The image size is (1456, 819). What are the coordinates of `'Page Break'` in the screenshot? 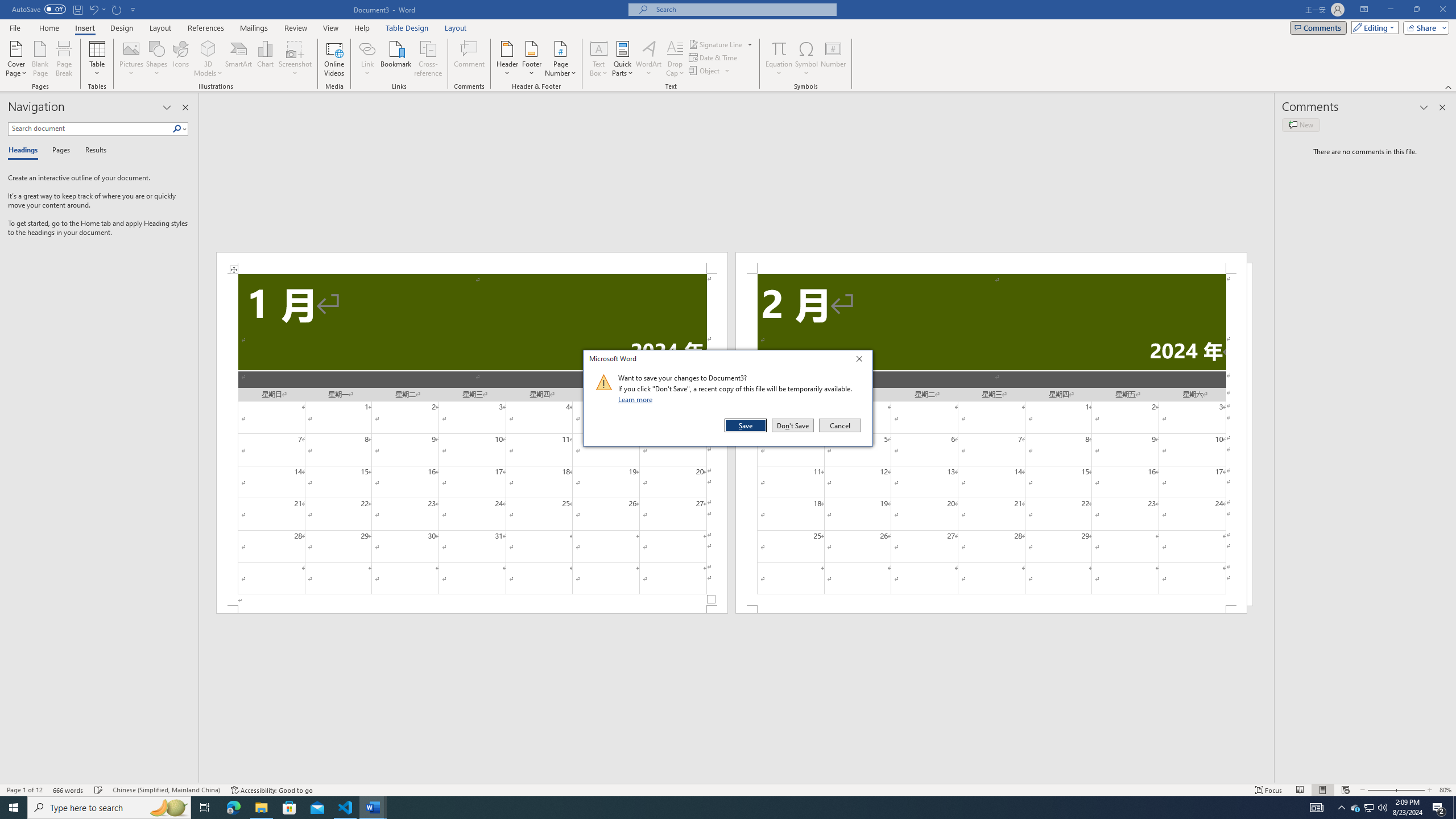 It's located at (63, 59).